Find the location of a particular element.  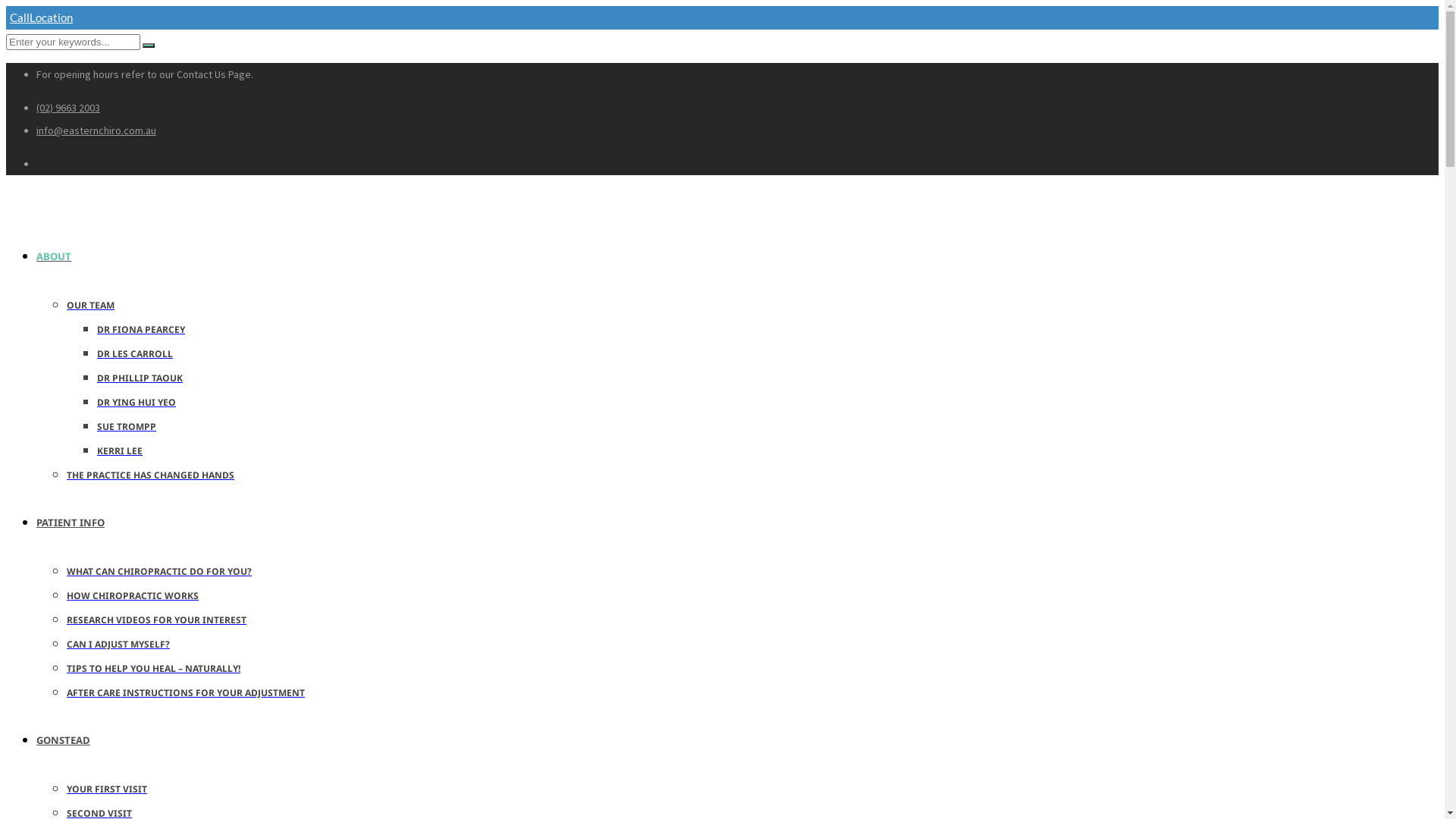

'PATIENT INFO' is located at coordinates (83, 520).